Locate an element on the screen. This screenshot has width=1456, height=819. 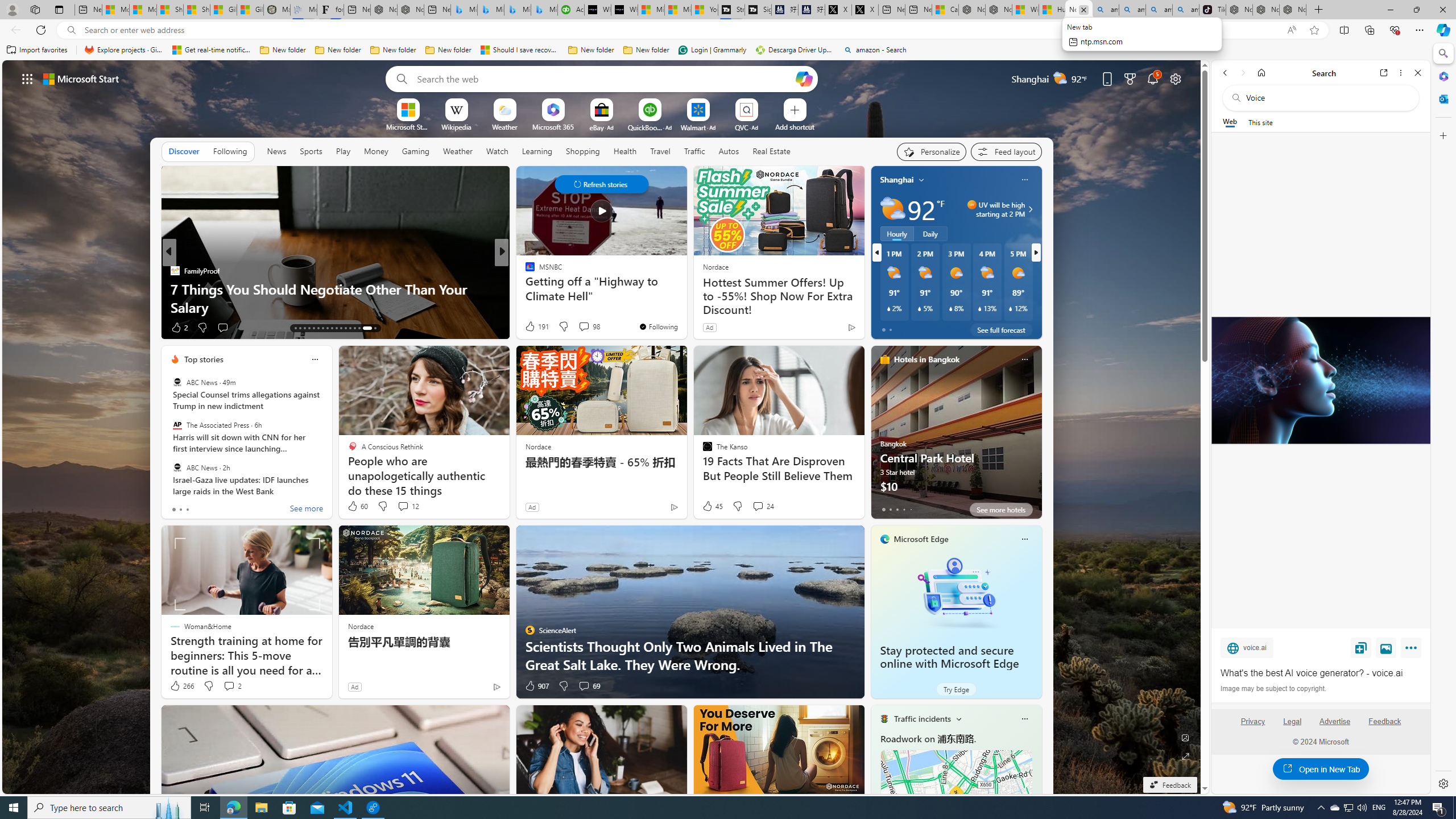
'Enter your search term' is located at coordinates (603, 78).